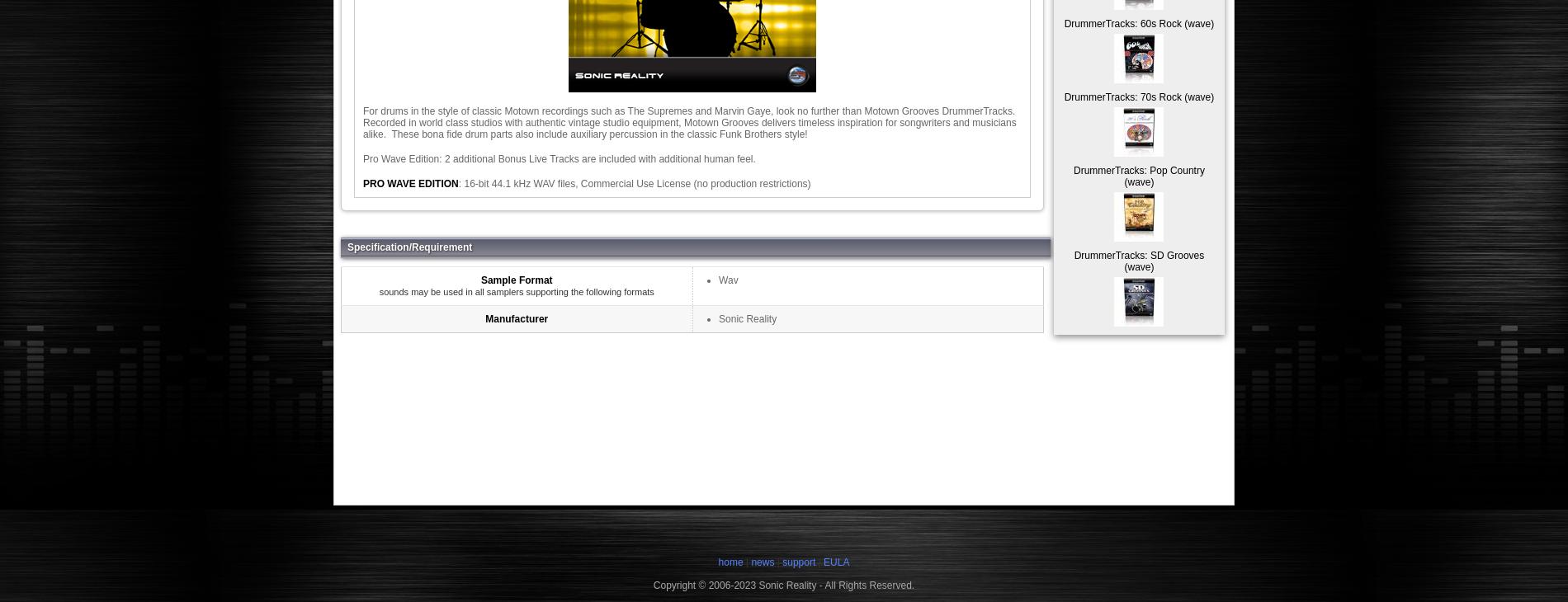  I want to click on 'Manufacturer', so click(517, 317).